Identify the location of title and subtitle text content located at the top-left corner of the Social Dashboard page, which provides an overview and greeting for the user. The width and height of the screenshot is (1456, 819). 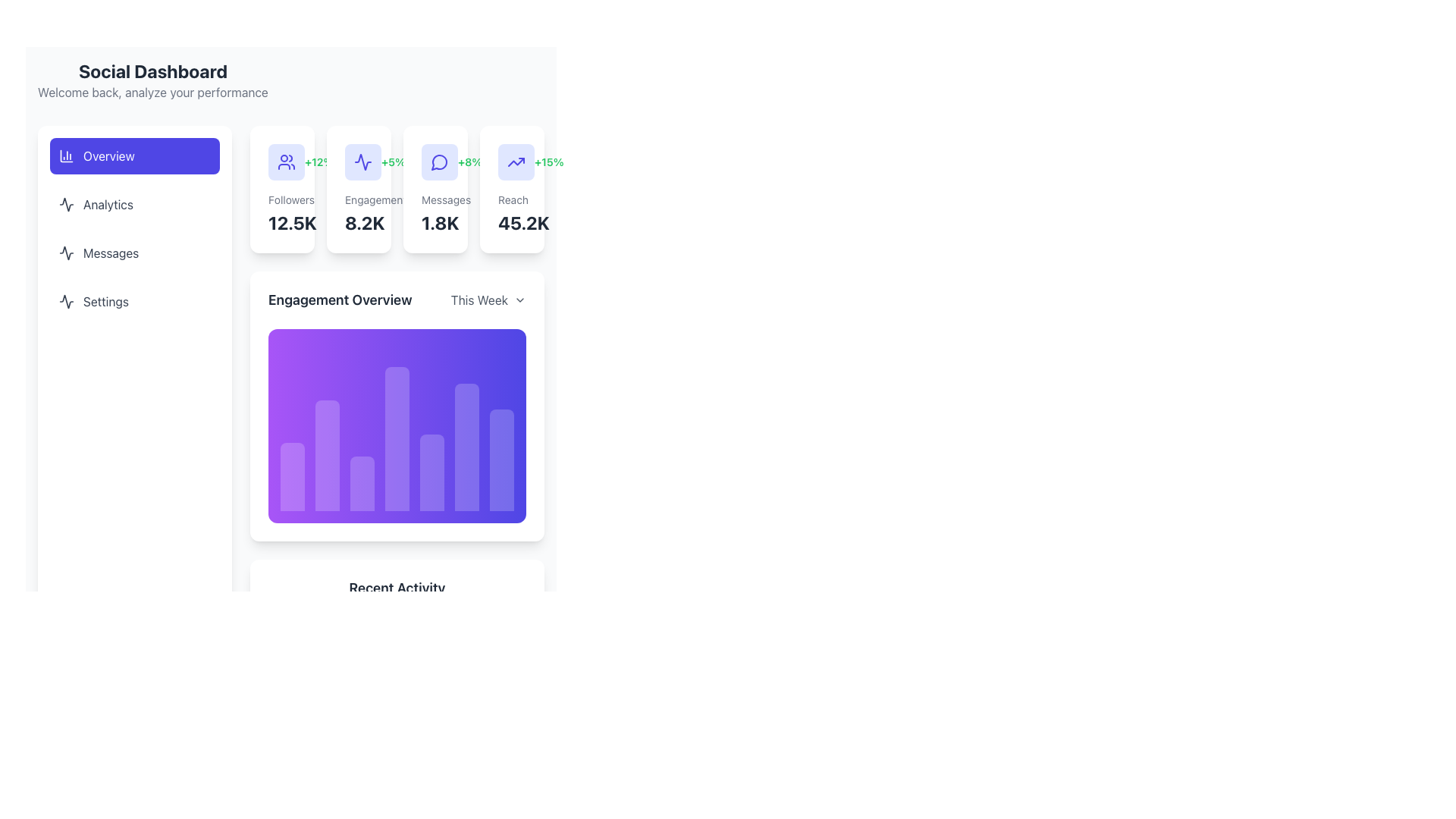
(152, 80).